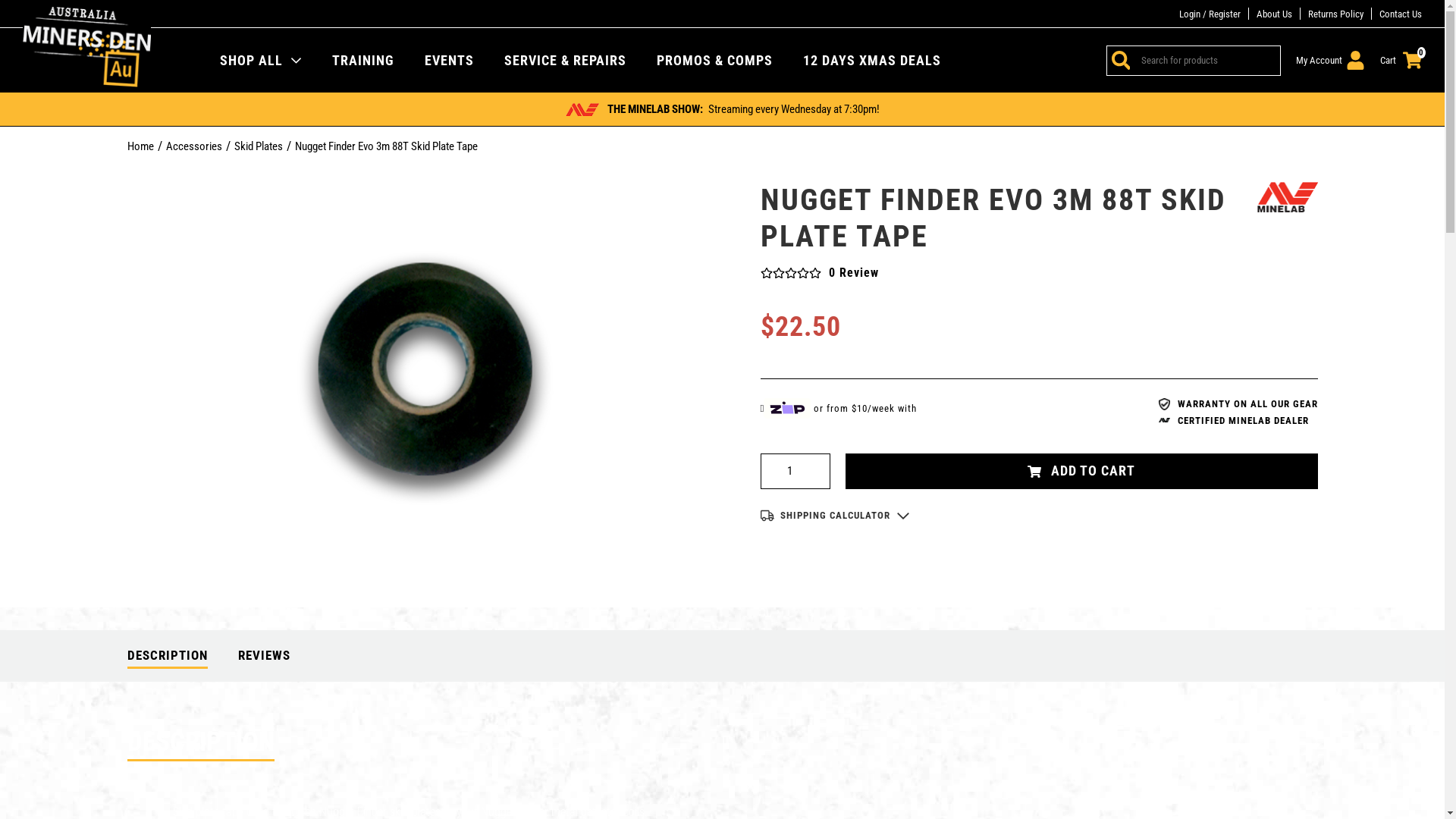 The width and height of the screenshot is (1456, 819). Describe the element at coordinates (1400, 14) in the screenshot. I see `'Contact Us'` at that location.